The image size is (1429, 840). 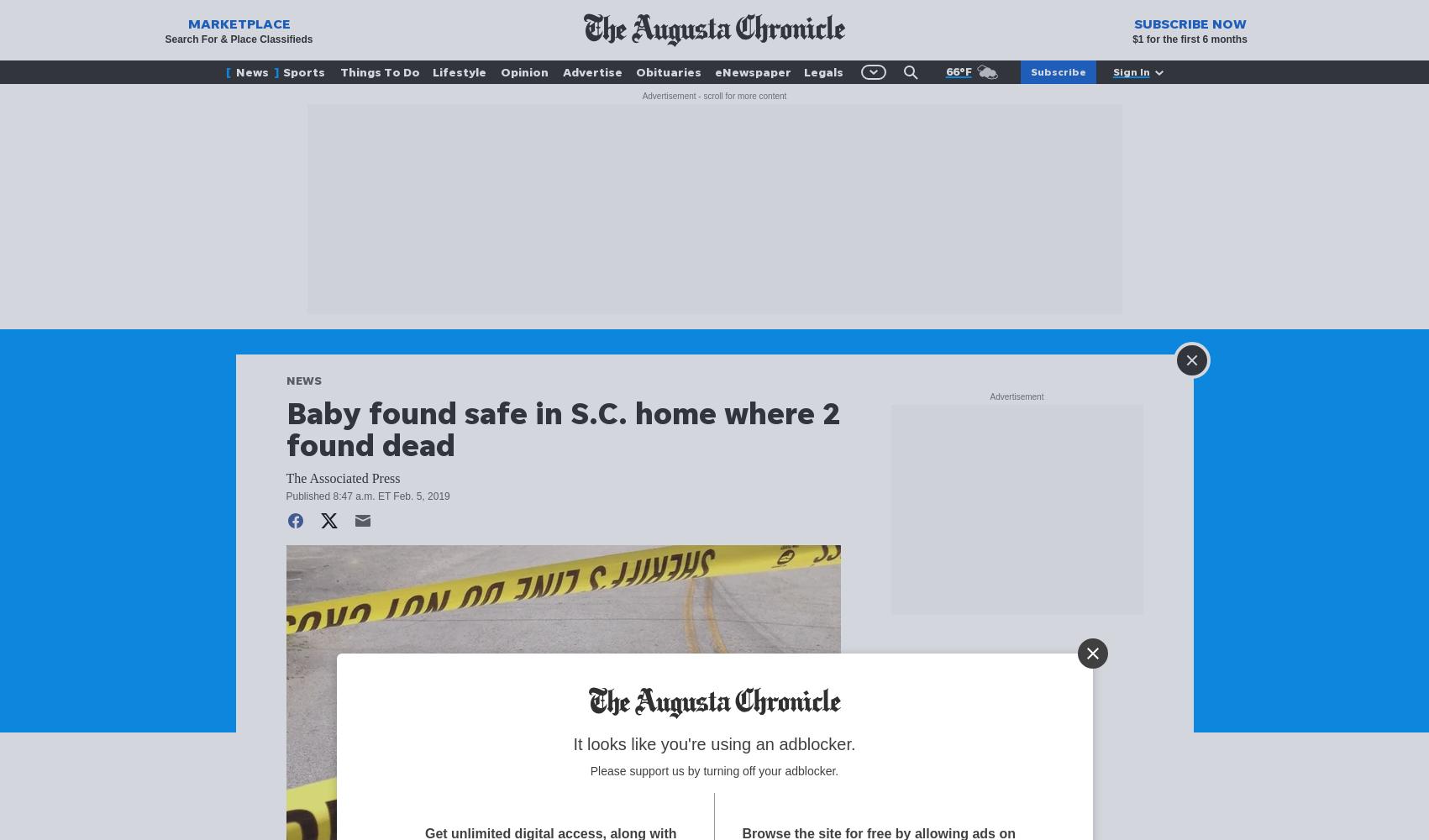 I want to click on 'Opinion', so click(x=523, y=71).